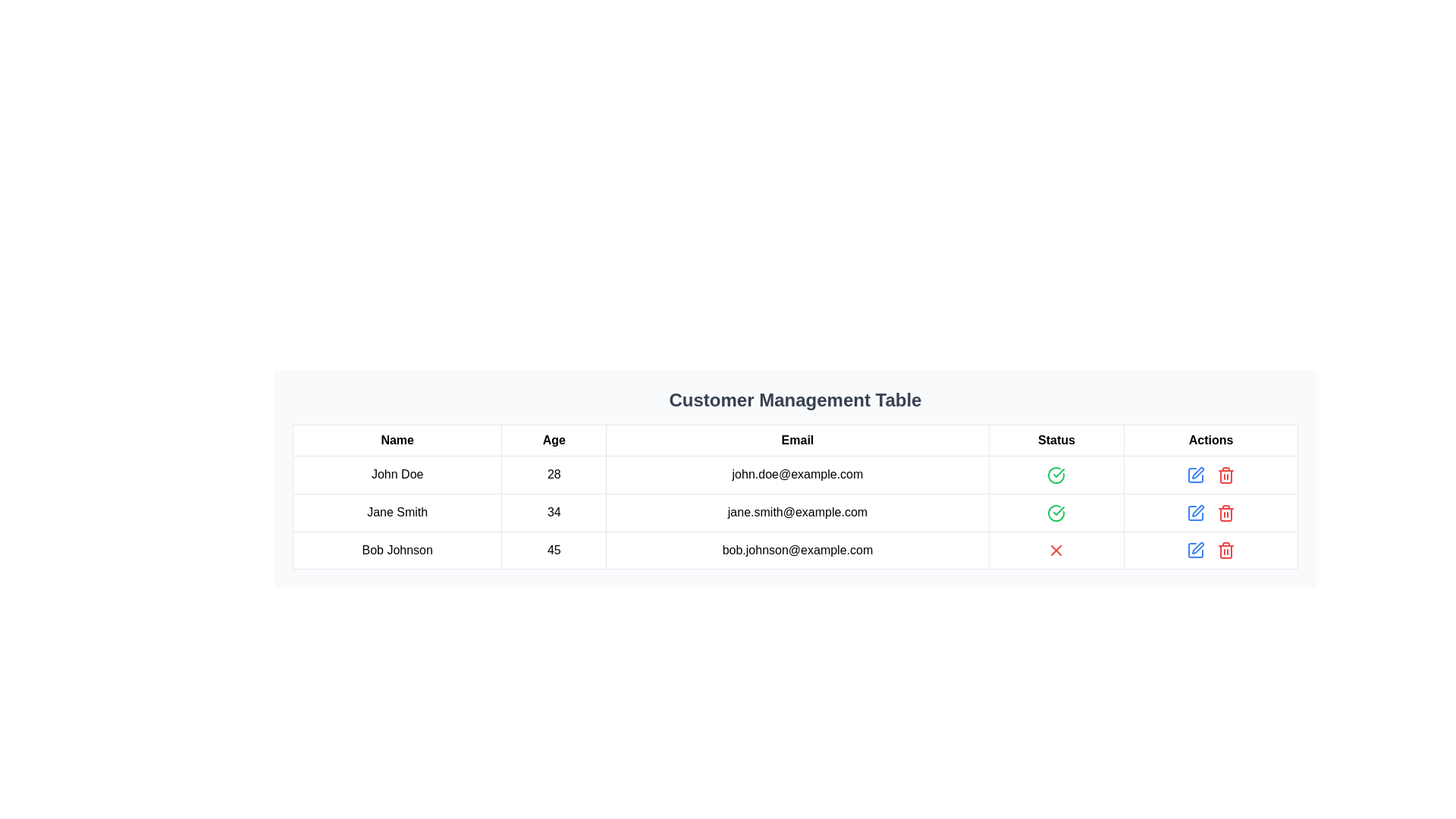 This screenshot has width=1456, height=819. What do you see at coordinates (1226, 512) in the screenshot?
I see `the red trash can icon in the 'Actions' column of the third row of the table` at bounding box center [1226, 512].